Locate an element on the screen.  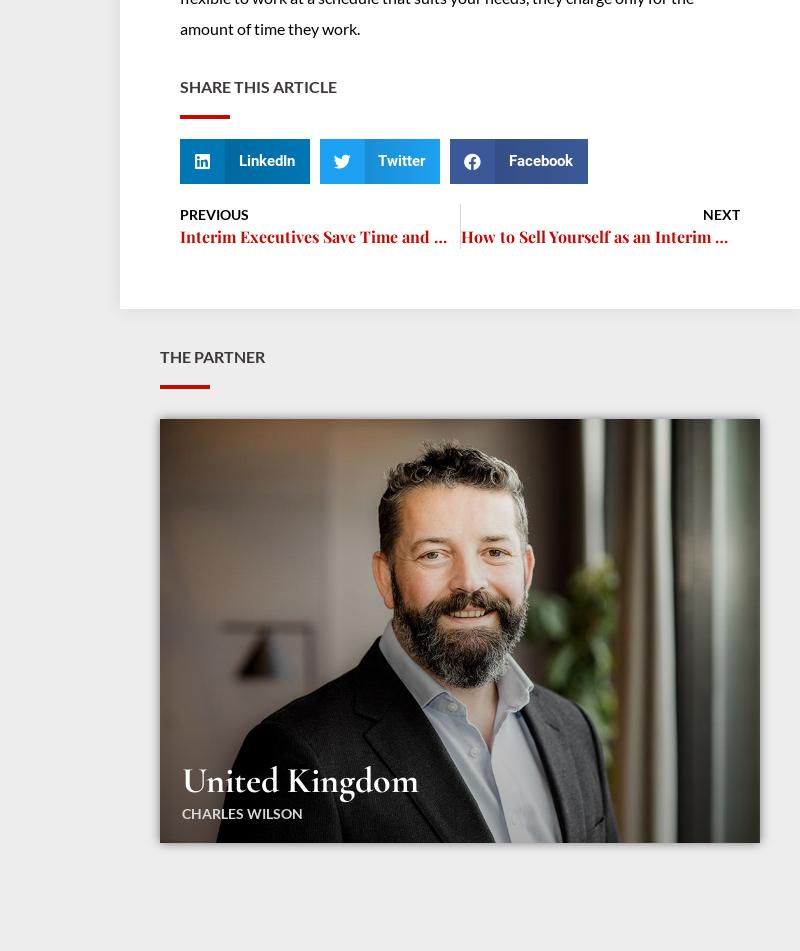
'Twitter' is located at coordinates (377, 159).